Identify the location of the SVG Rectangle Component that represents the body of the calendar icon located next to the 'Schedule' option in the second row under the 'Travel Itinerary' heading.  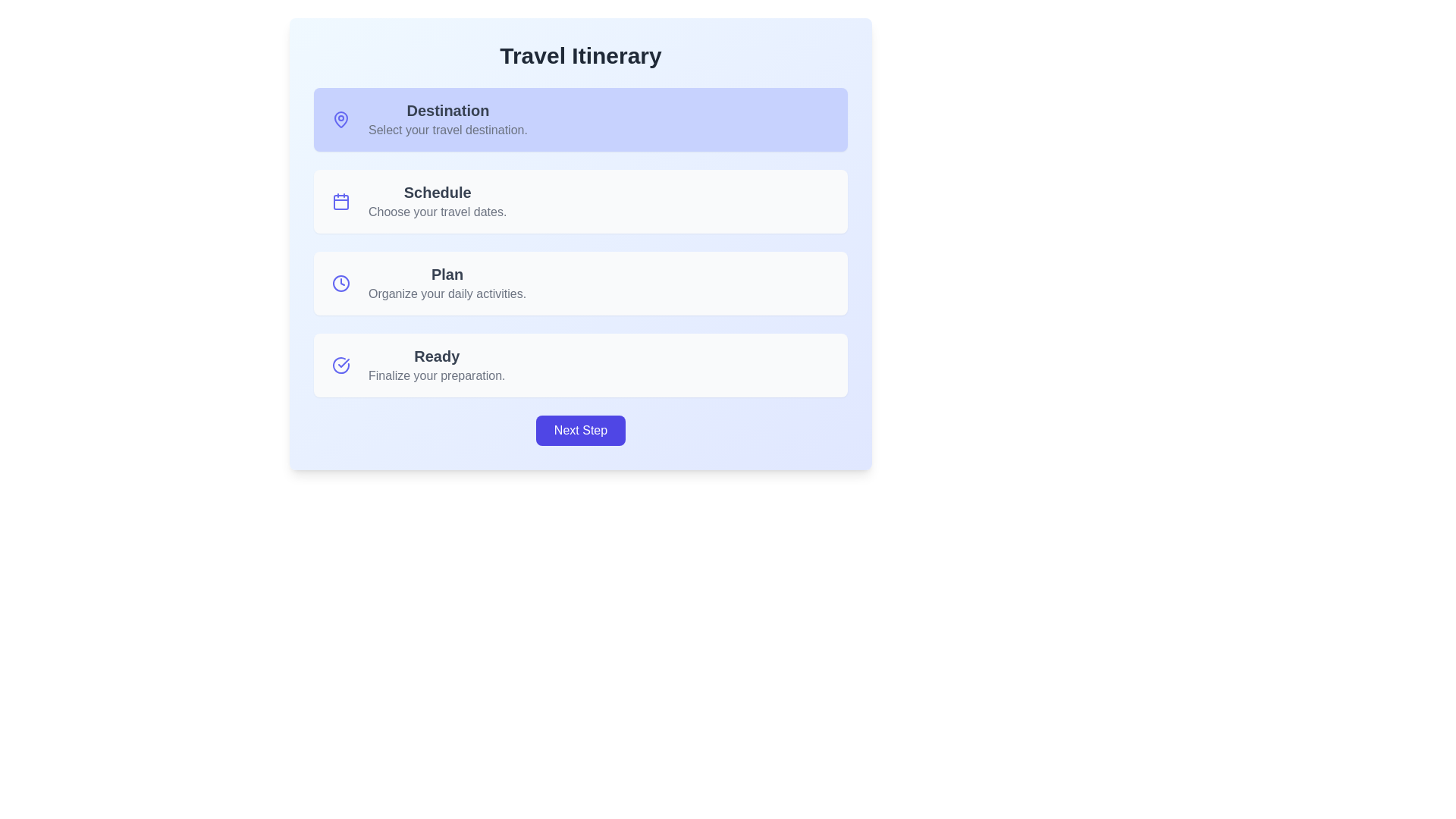
(340, 201).